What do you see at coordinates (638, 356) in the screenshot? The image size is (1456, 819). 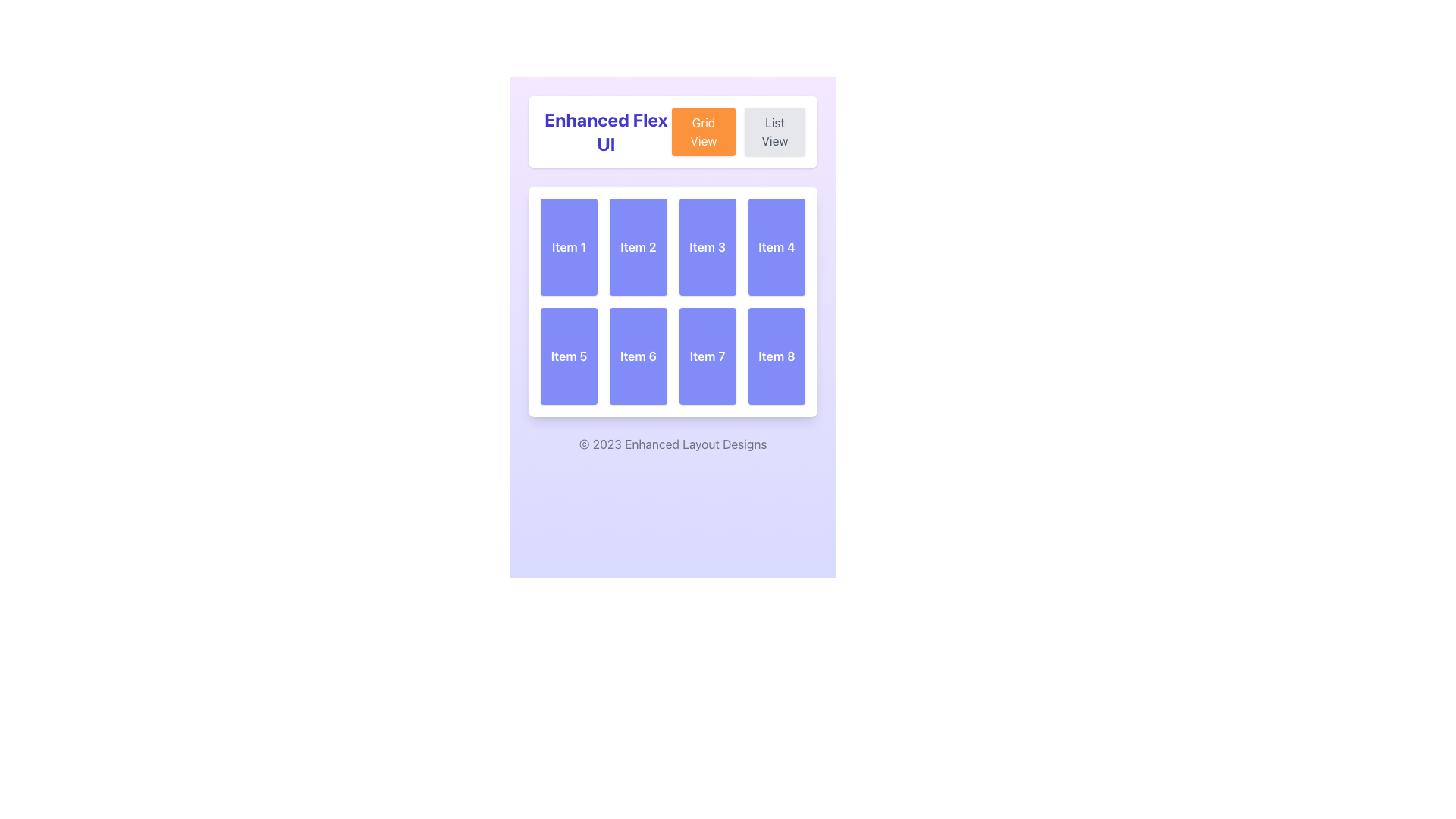 I see `the static label 'Item 6' which is a rectangular box with rounded corners, a purple background, and bold white text, positioned in the second row and column of the grid layout` at bounding box center [638, 356].